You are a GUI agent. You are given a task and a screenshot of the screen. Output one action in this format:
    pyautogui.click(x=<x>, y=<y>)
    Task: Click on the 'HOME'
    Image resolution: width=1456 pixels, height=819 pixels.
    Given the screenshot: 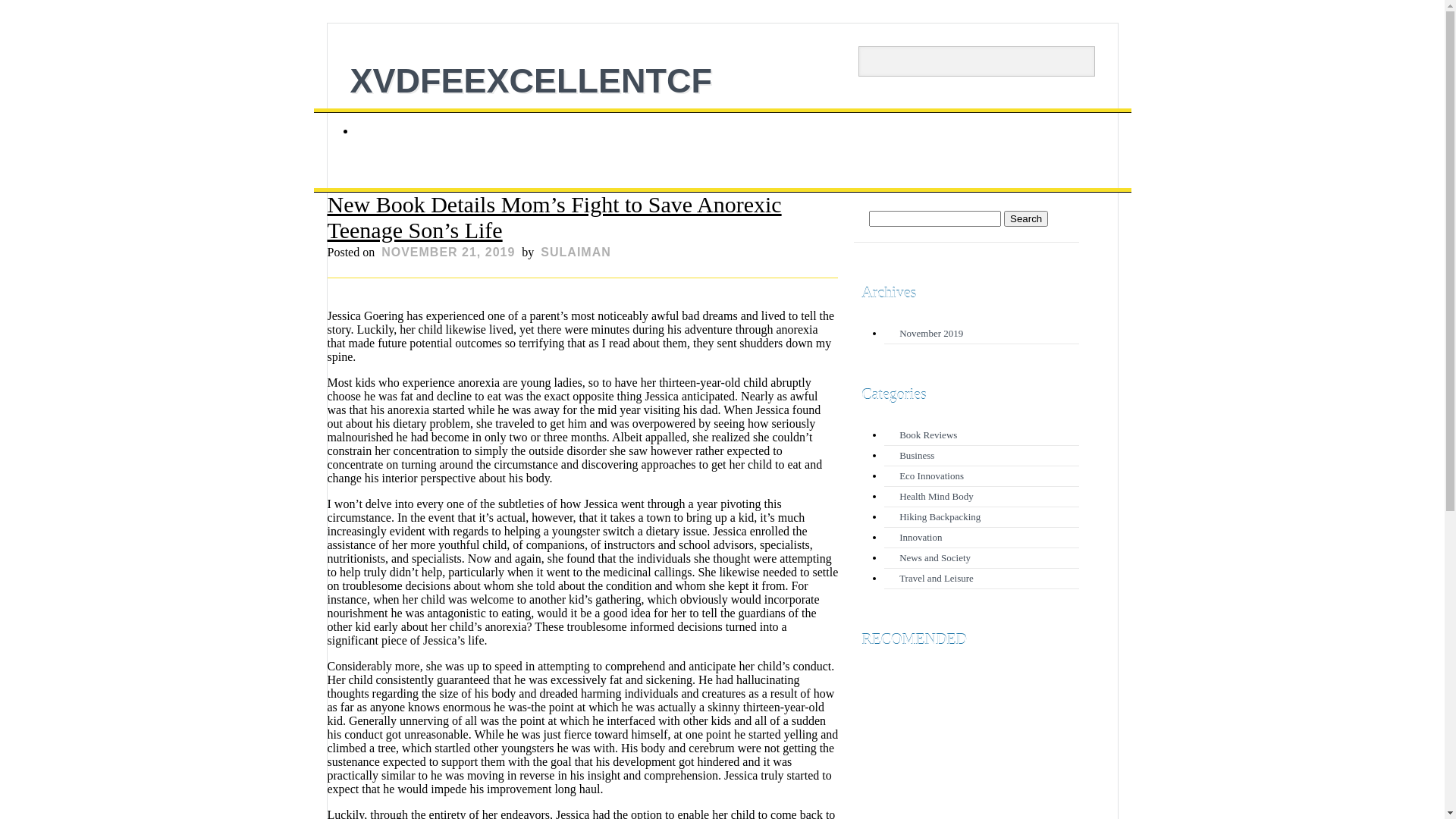 What is the action you would take?
    pyautogui.click(x=384, y=130)
    